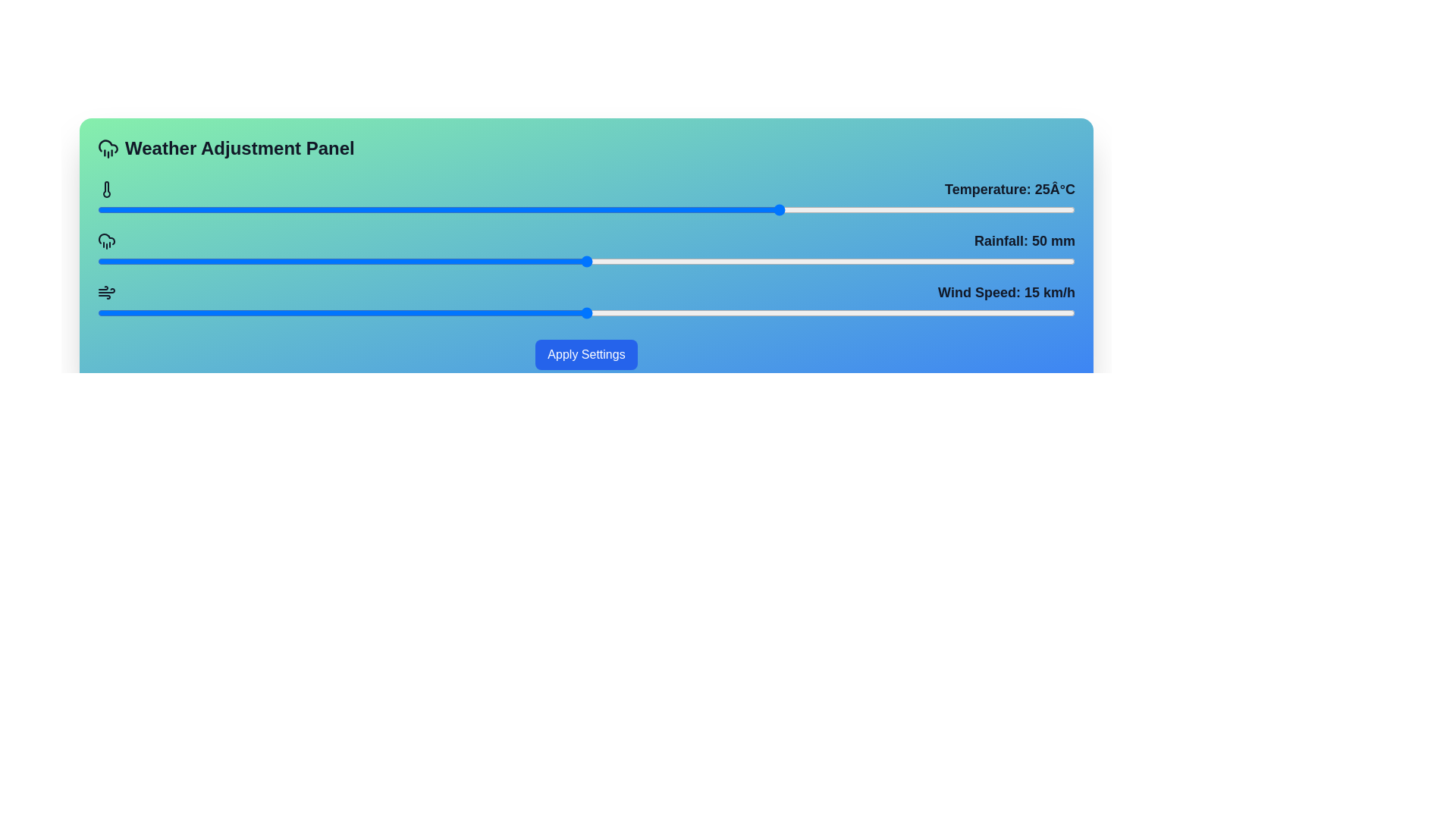  What do you see at coordinates (585, 198) in the screenshot?
I see `the handle of the 'Temperature' slider` at bounding box center [585, 198].